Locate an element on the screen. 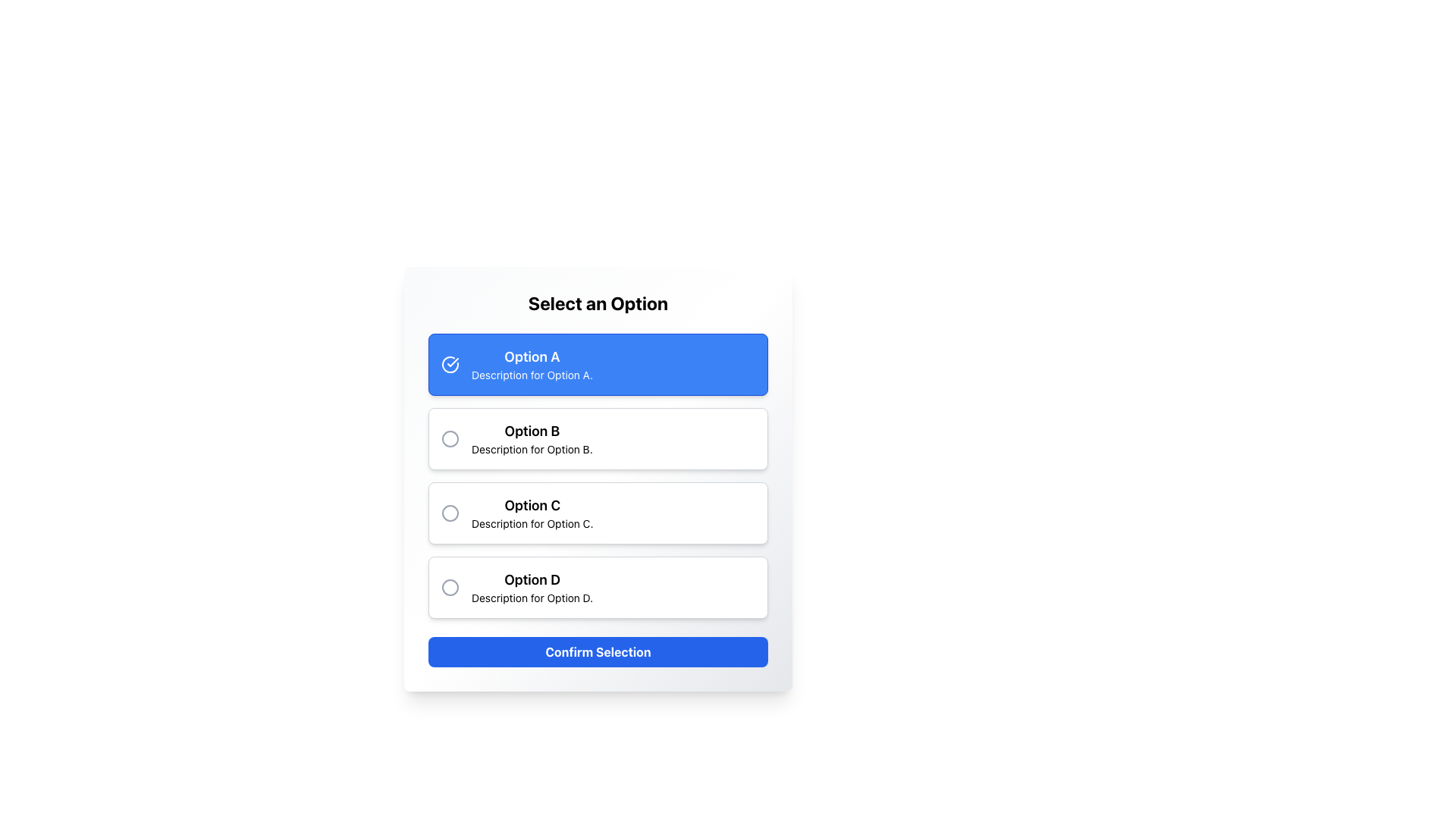  the descriptive text block that reads 'Description for Option C.' located beneath the label 'Option C' is located at coordinates (532, 522).